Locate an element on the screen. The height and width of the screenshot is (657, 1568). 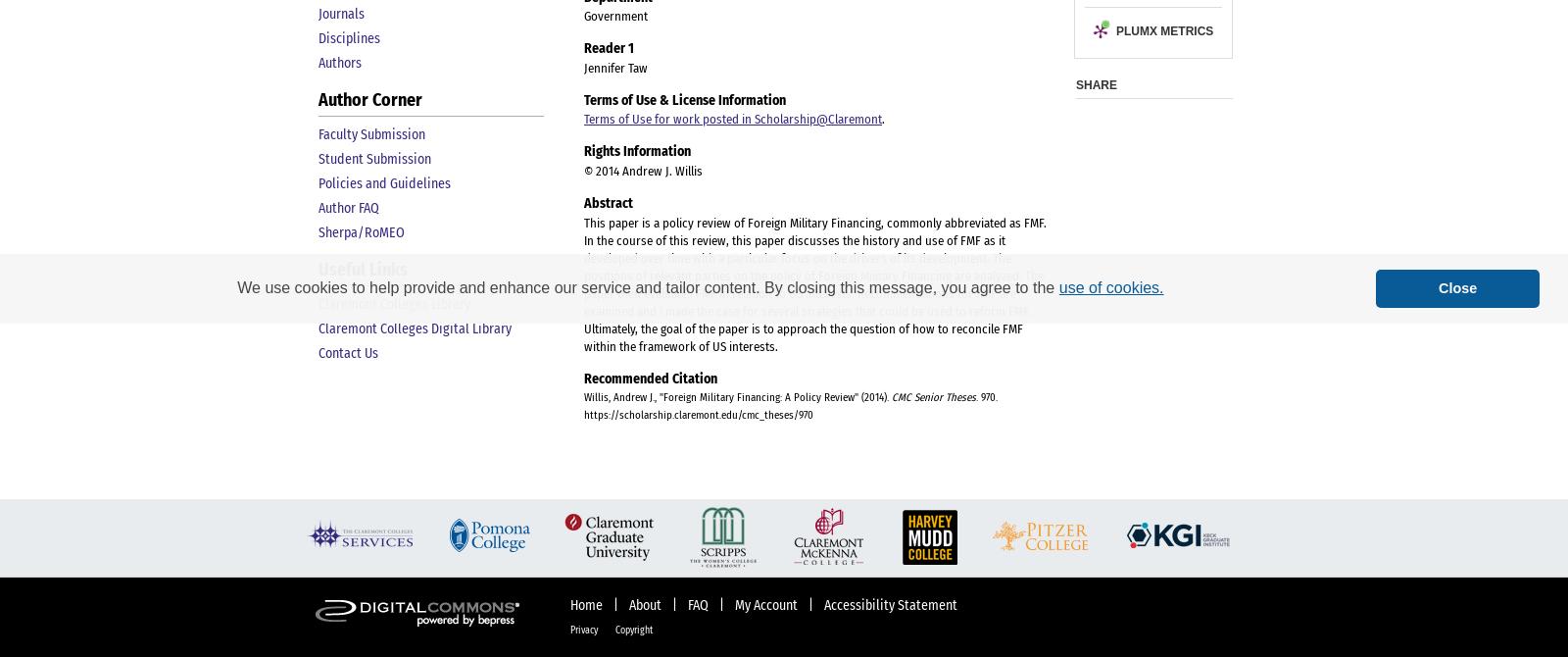
'Claremont Colleges Digital Library' is located at coordinates (318, 328).